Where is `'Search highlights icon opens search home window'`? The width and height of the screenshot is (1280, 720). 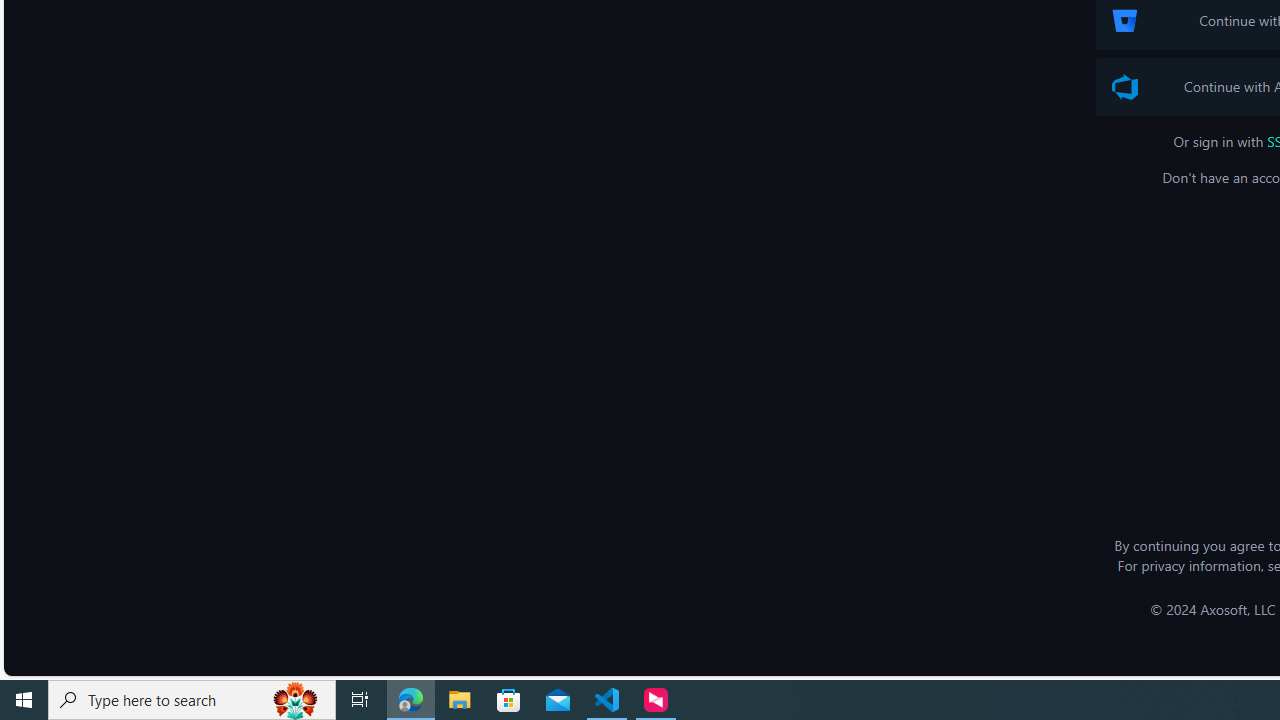
'Search highlights icon opens search home window' is located at coordinates (294, 698).